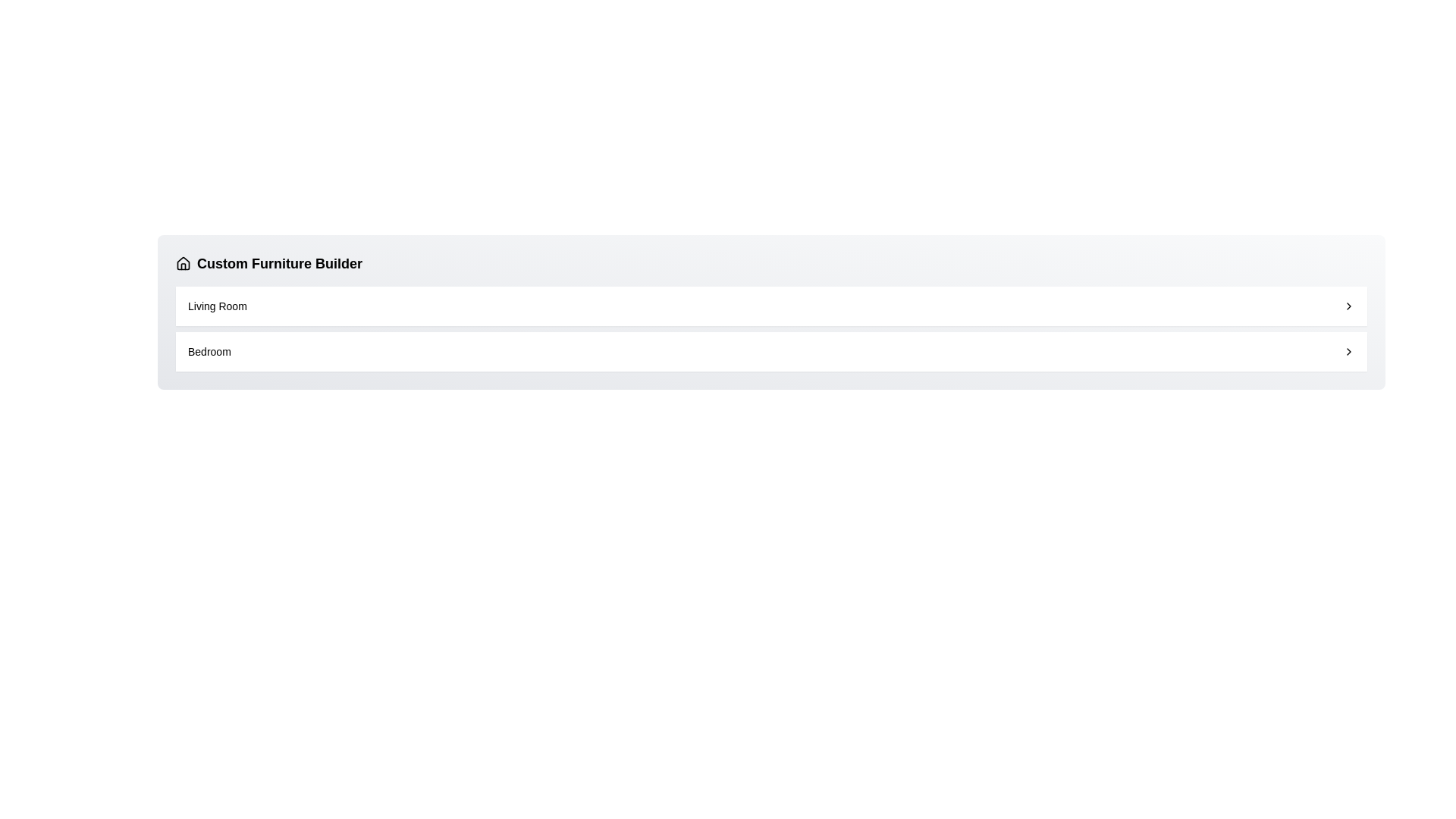 This screenshot has height=819, width=1456. I want to click on the right-pointing chevron SVG icon located on the far right of the 'Living Room' bar, so click(1349, 306).